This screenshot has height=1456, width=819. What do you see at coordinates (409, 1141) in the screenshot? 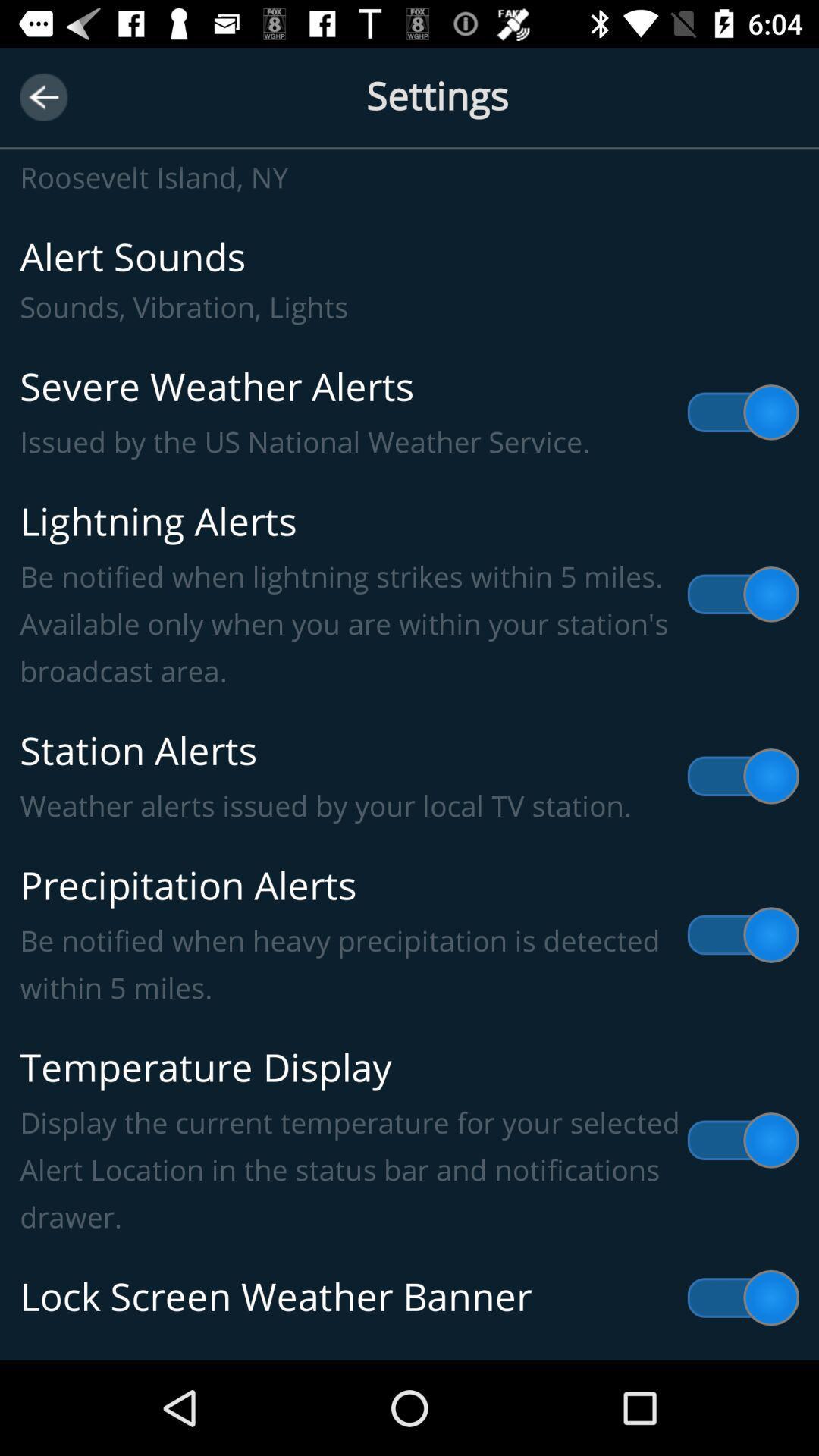
I see `item above the lock screen weather` at bounding box center [409, 1141].